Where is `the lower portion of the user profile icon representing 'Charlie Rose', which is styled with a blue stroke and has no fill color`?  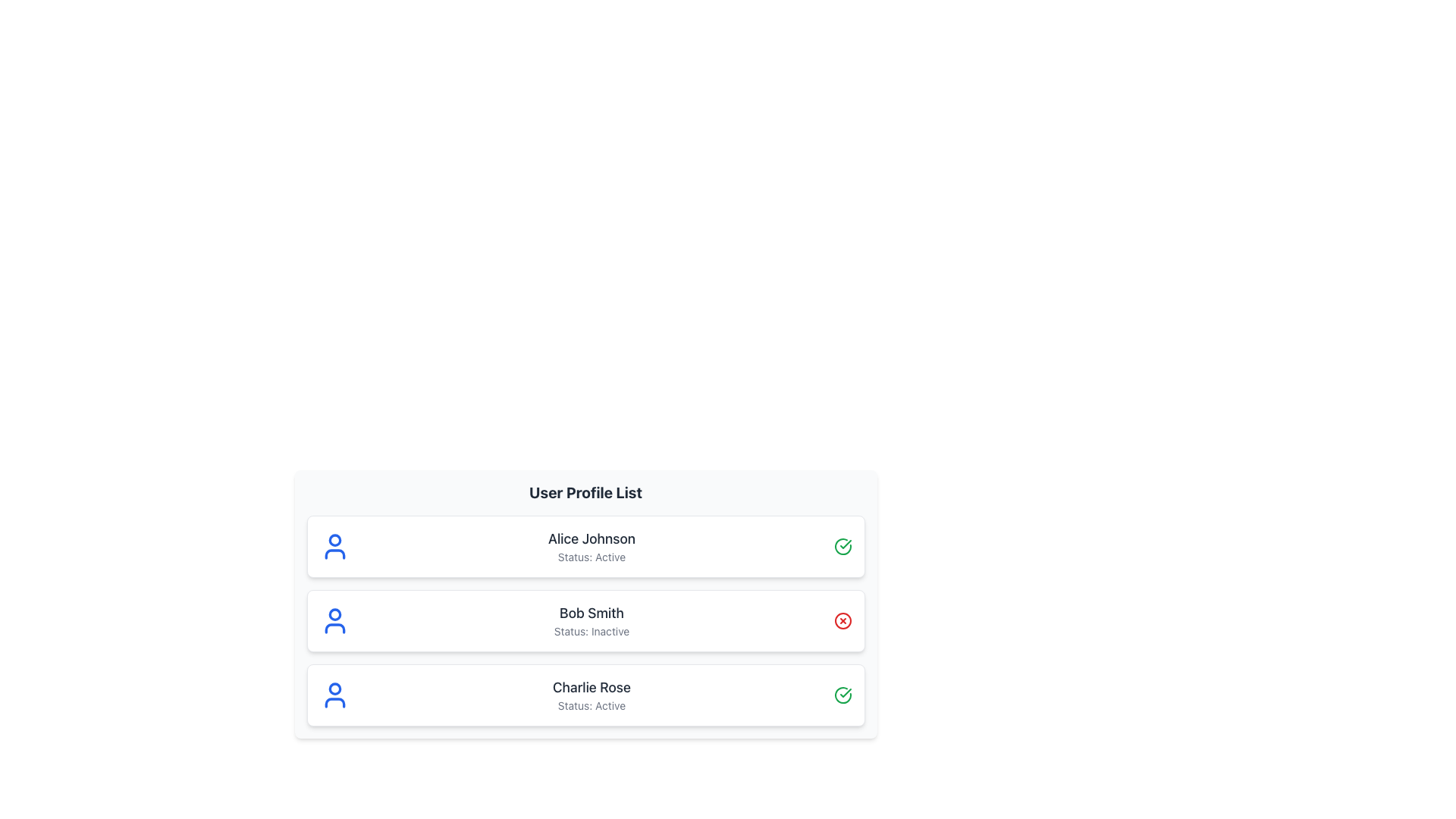
the lower portion of the user profile icon representing 'Charlie Rose', which is styled with a blue stroke and has no fill color is located at coordinates (334, 702).